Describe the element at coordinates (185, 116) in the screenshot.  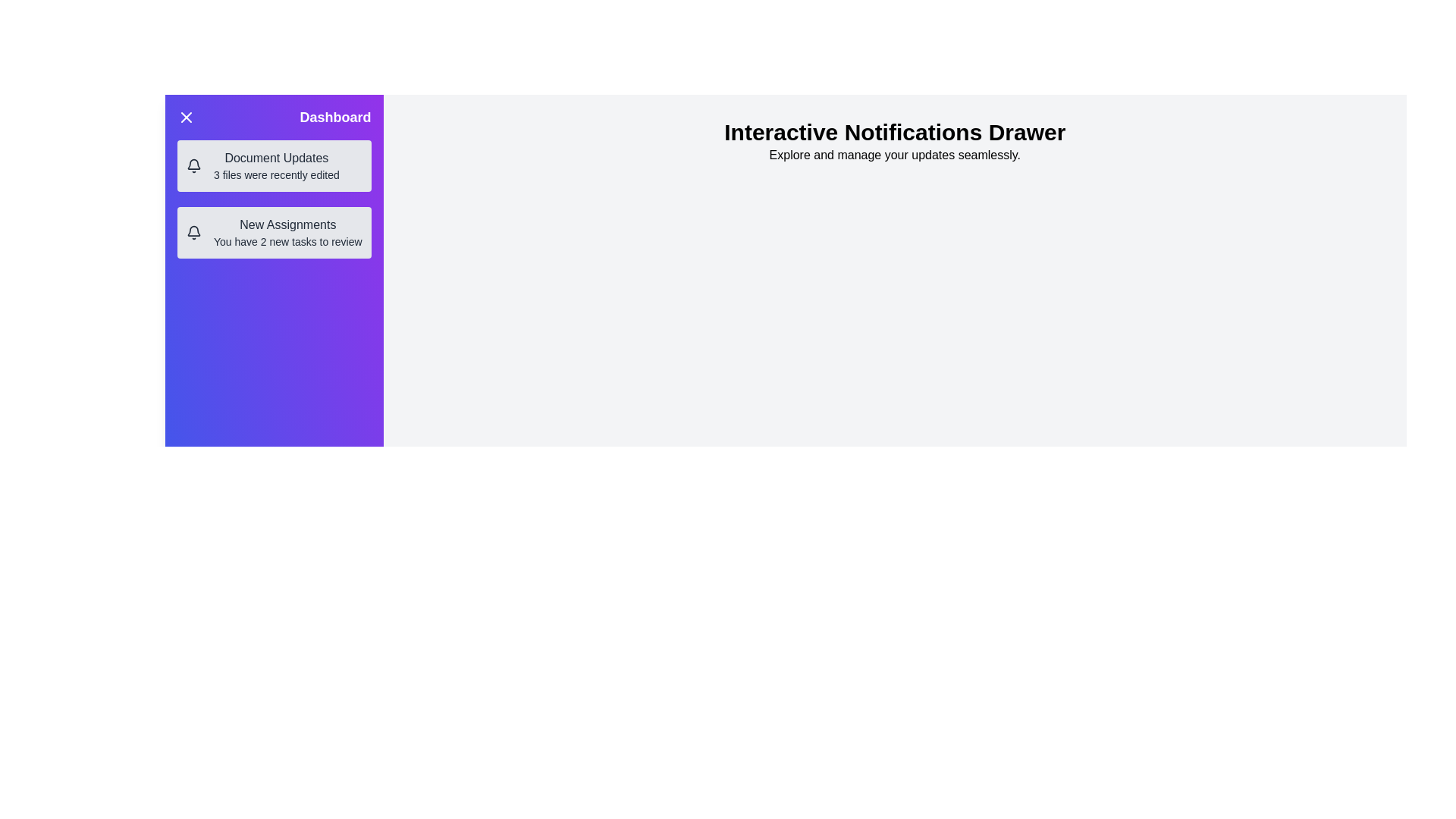
I see `the menu/close button to toggle the drawer visibility` at that location.